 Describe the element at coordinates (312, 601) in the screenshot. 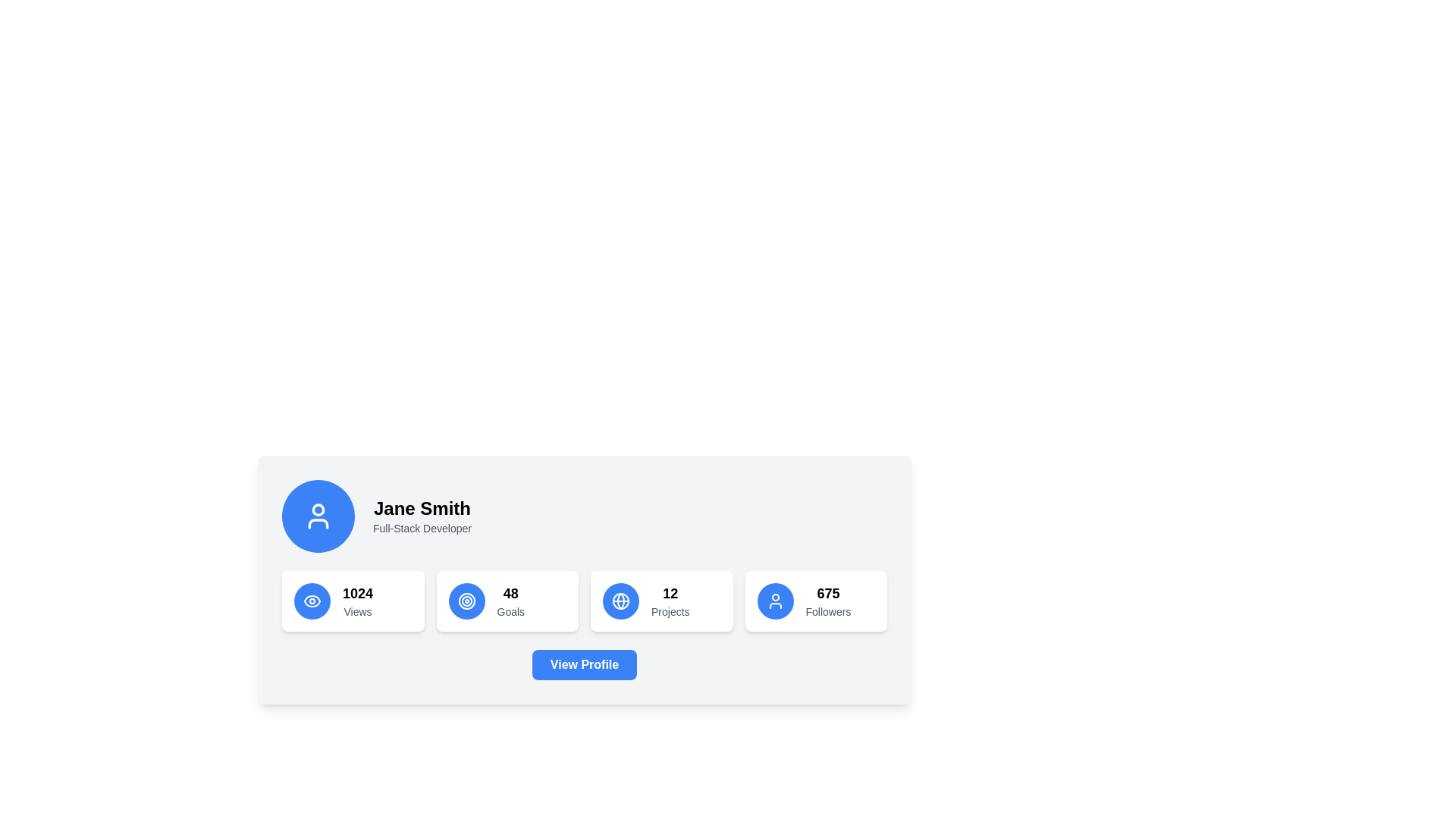

I see `the views indicator icon located in the top-left portion of the user statistics section, adjacent to the text '1024 Views'` at that location.